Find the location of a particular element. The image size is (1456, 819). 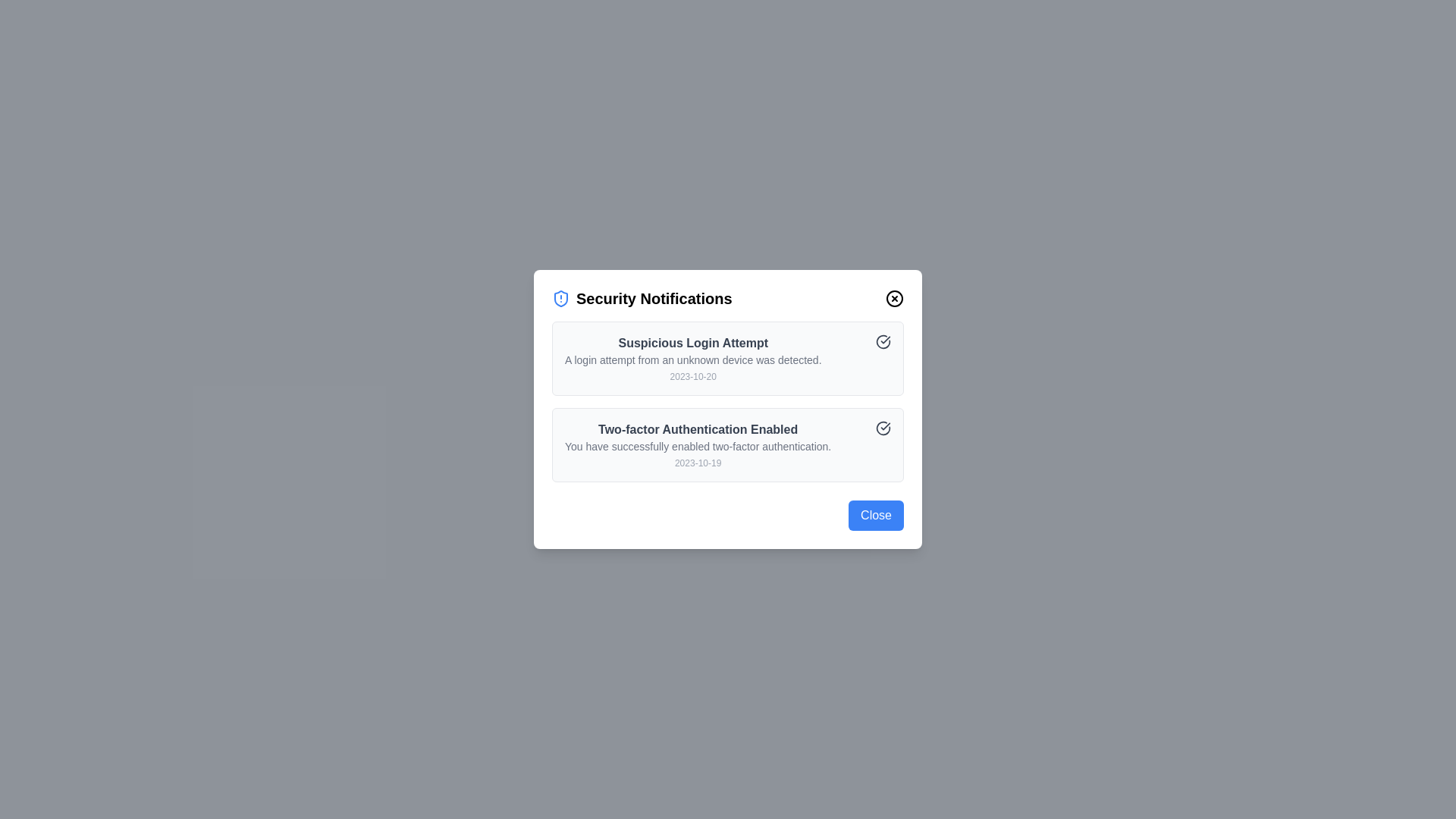

the bold text header titled 'Security Notifications' with the blue shield icon, located at the top-left section of the modal dialog is located at coordinates (642, 298).